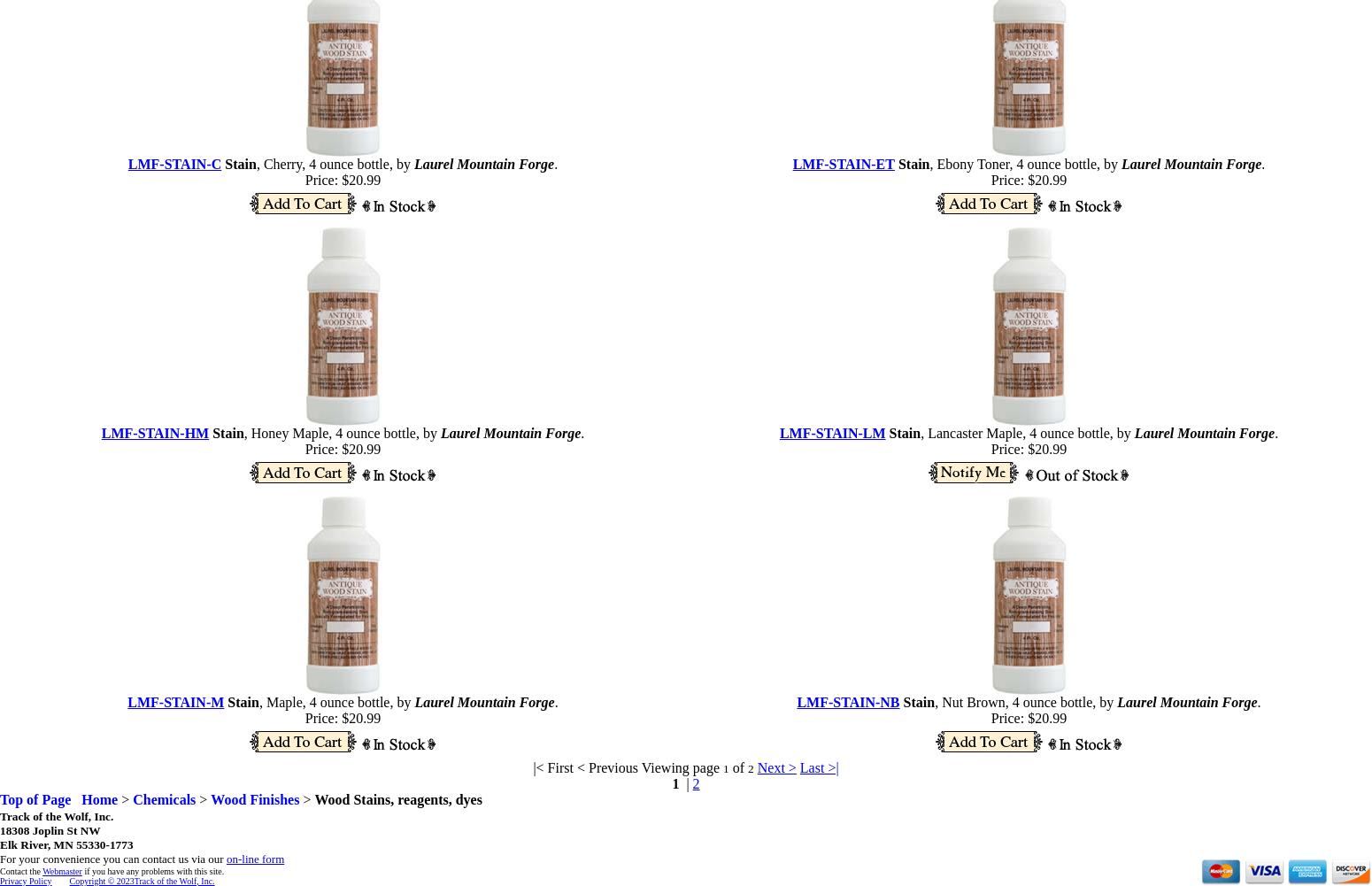 Image resolution: width=1372 pixels, height=886 pixels. Describe the element at coordinates (1026, 432) in the screenshot. I see `',
Lancaster Maple,
4 ounce bottle,
by'` at that location.